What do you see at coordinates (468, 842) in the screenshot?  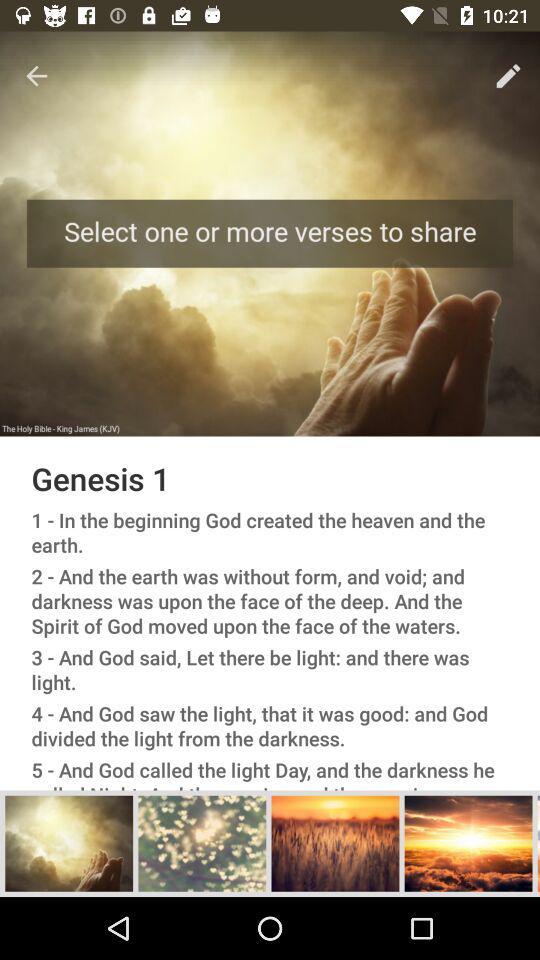 I see `it show the image` at bounding box center [468, 842].